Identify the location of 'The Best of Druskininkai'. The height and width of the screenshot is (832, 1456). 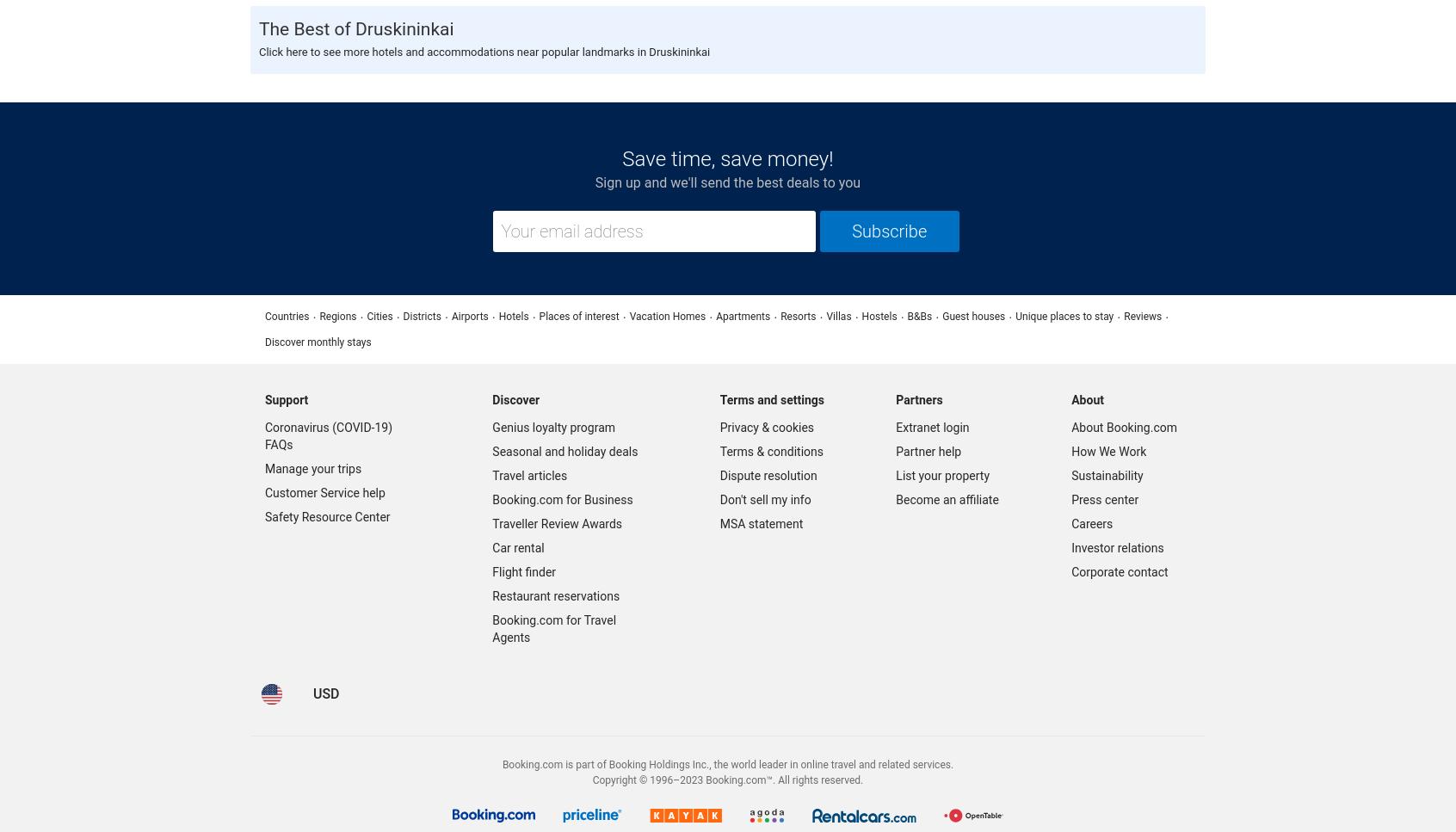
(356, 28).